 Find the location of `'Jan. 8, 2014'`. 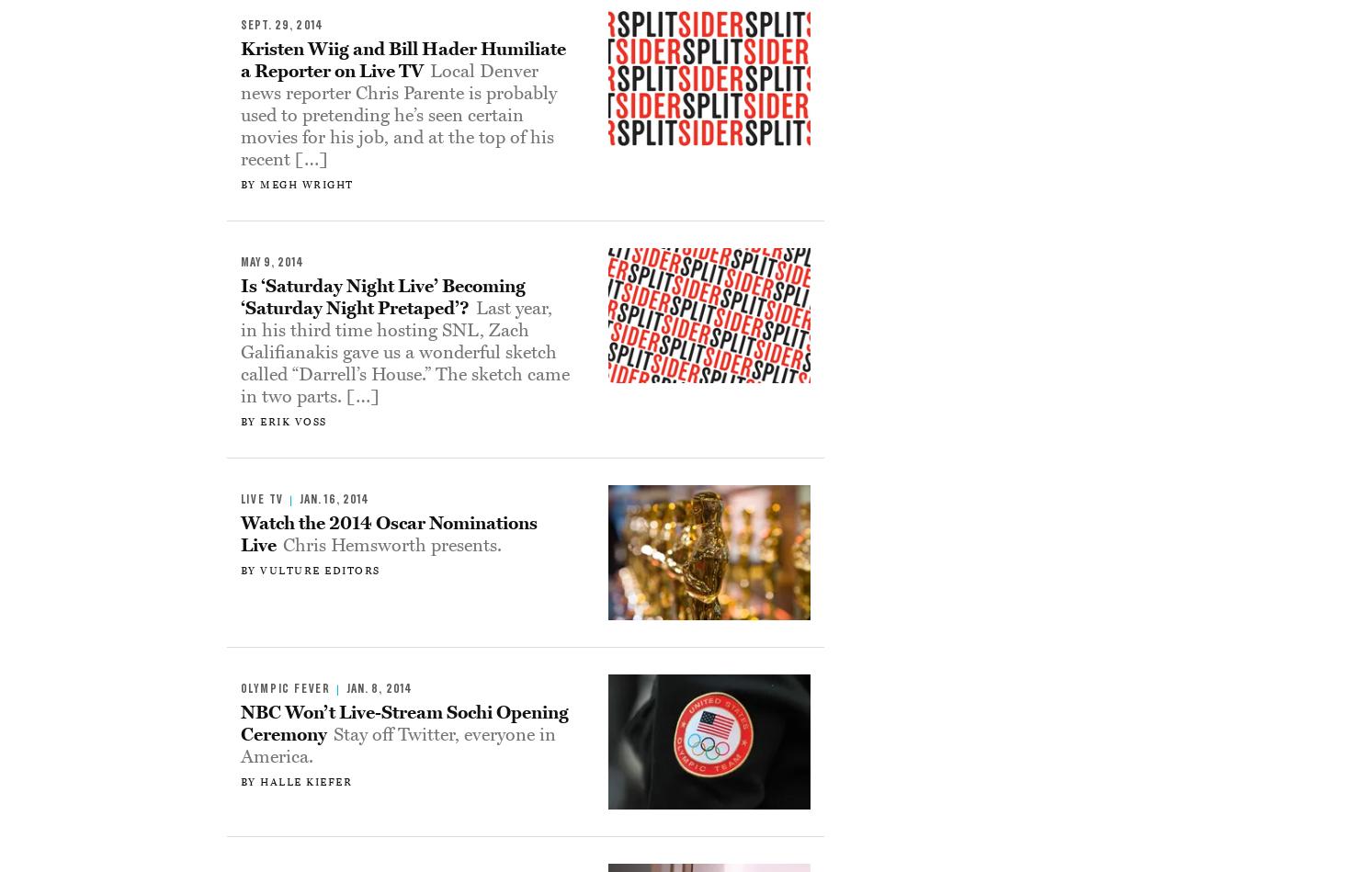

'Jan. 8, 2014' is located at coordinates (378, 688).